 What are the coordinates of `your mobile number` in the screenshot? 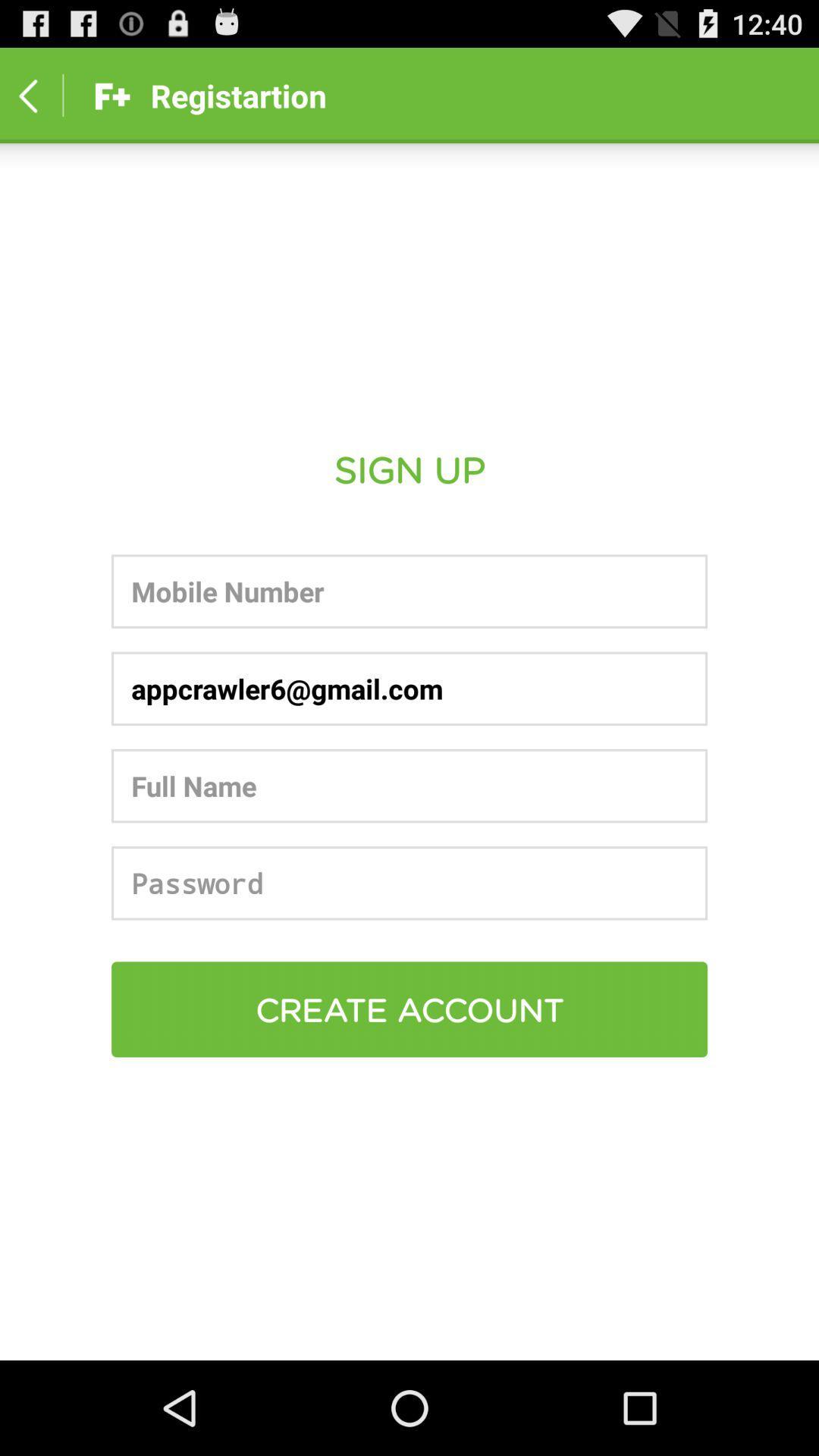 It's located at (409, 590).